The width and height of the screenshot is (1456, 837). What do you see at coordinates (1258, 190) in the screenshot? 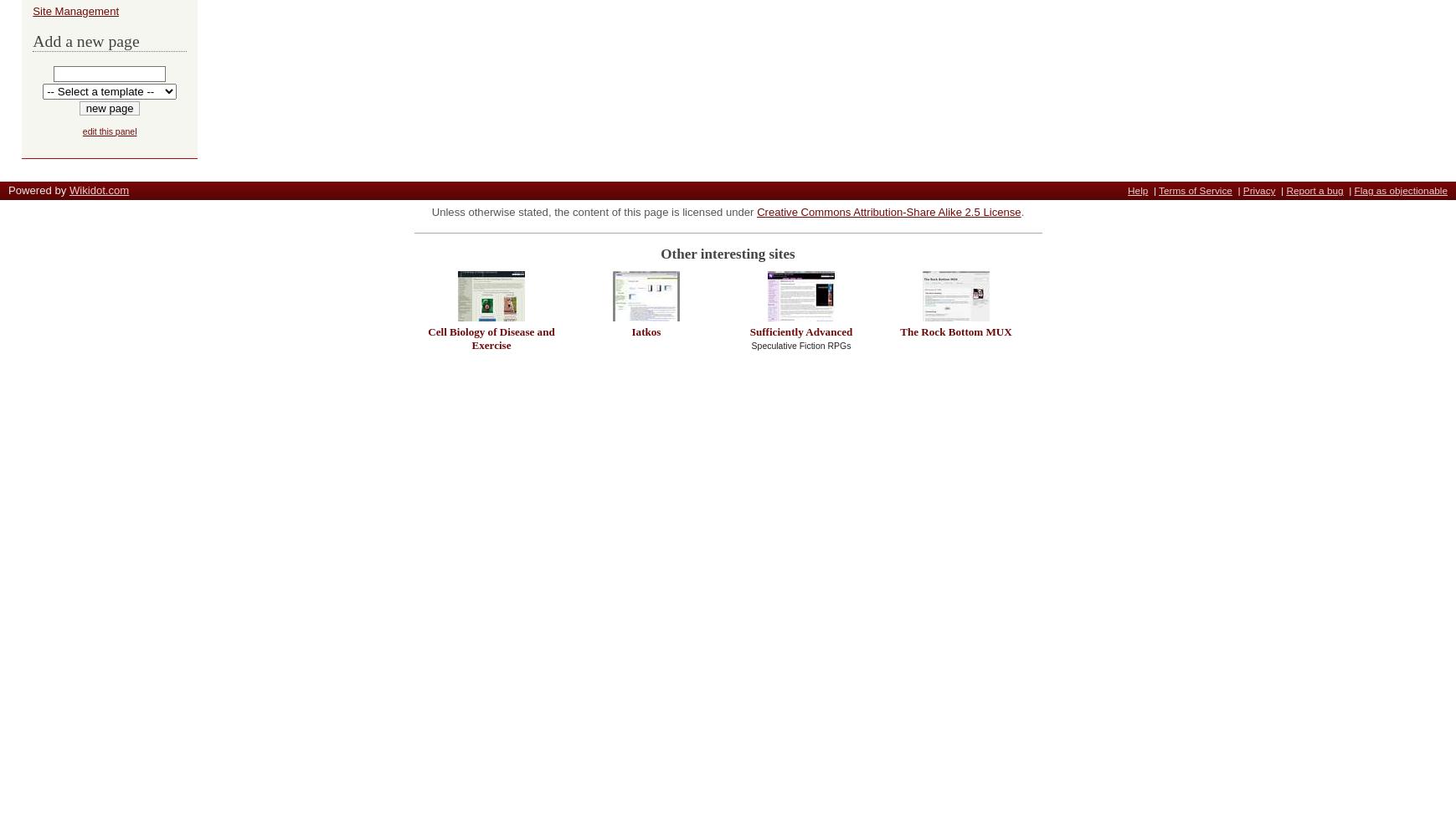
I see `'Privacy'` at bounding box center [1258, 190].